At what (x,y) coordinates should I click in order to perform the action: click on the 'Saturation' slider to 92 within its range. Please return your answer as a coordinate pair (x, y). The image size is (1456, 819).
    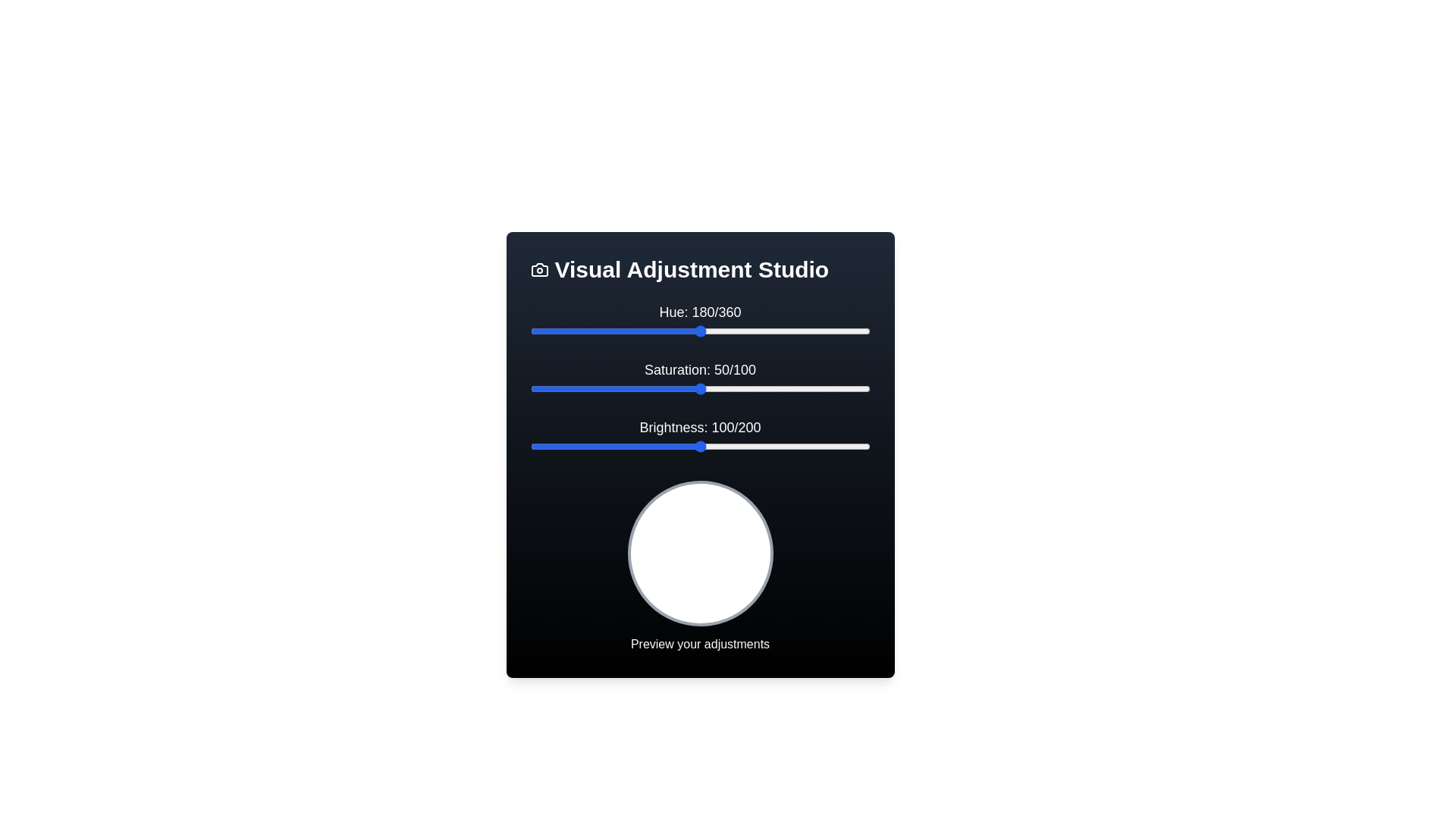
    Looking at the image, I should click on (842, 388).